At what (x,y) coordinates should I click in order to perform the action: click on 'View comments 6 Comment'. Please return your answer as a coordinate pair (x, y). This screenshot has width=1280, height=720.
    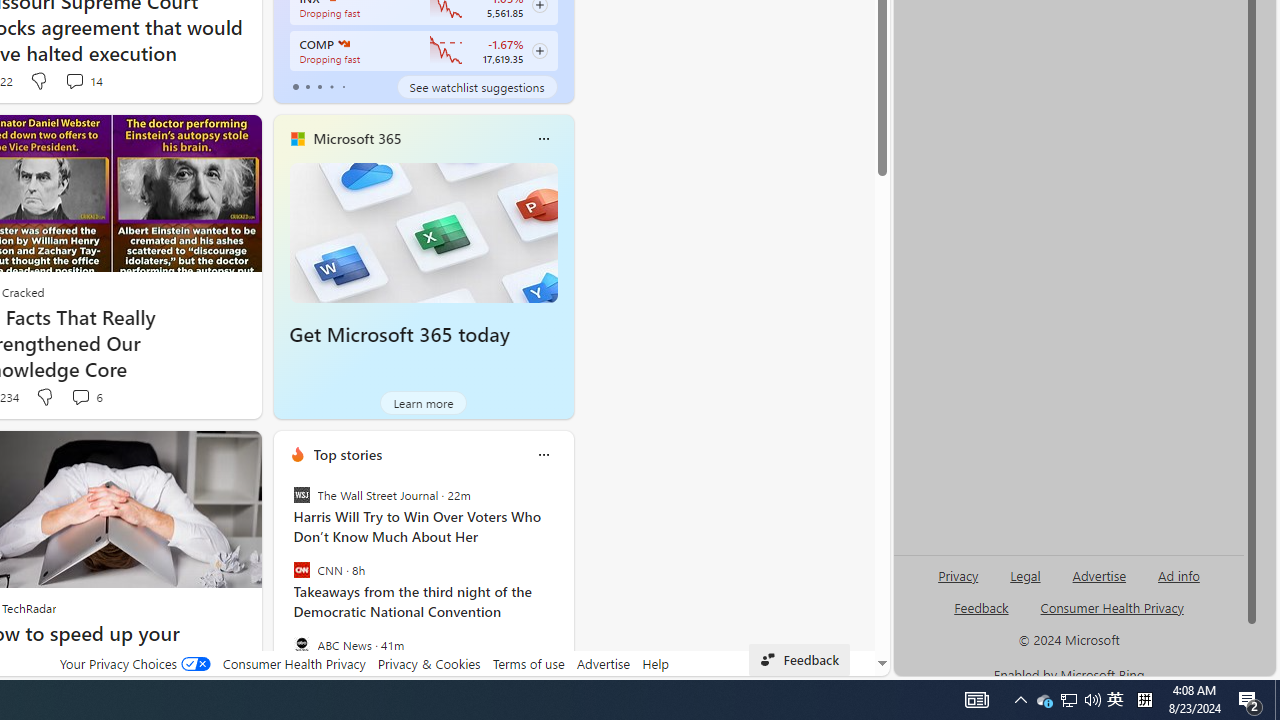
    Looking at the image, I should click on (85, 397).